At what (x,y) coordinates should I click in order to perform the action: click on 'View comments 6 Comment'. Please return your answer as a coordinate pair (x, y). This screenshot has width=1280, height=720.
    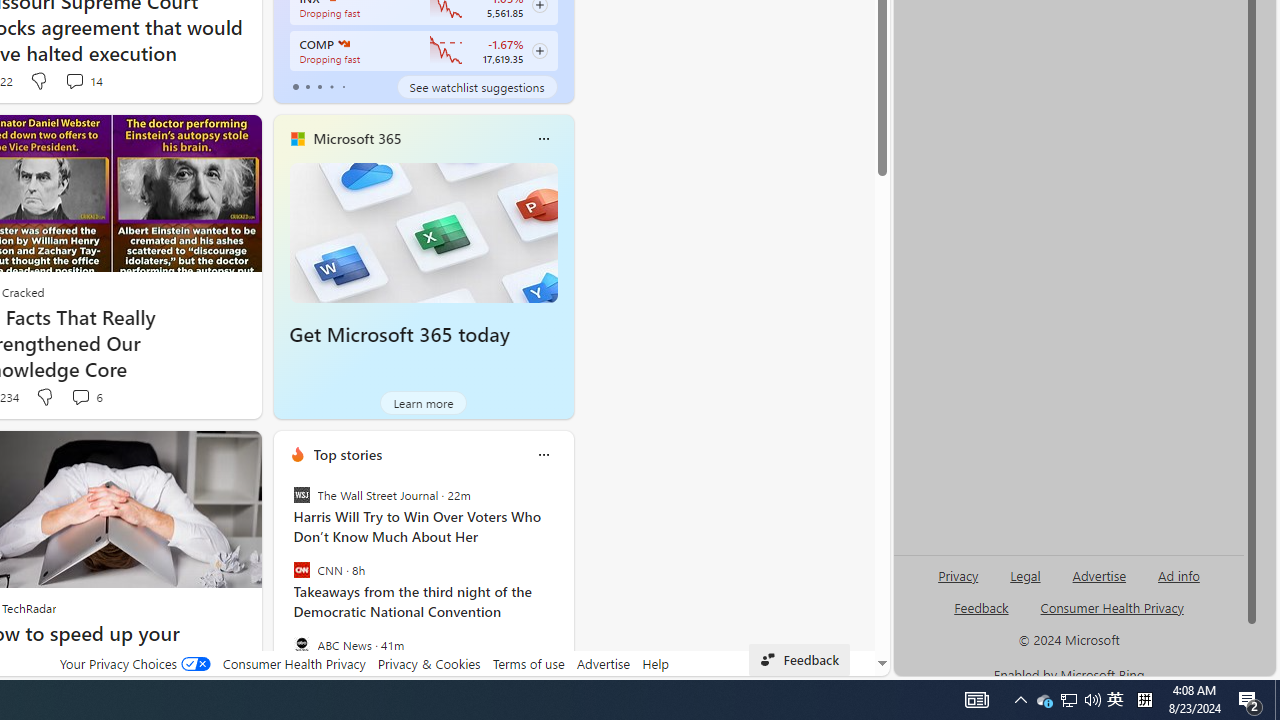
    Looking at the image, I should click on (85, 397).